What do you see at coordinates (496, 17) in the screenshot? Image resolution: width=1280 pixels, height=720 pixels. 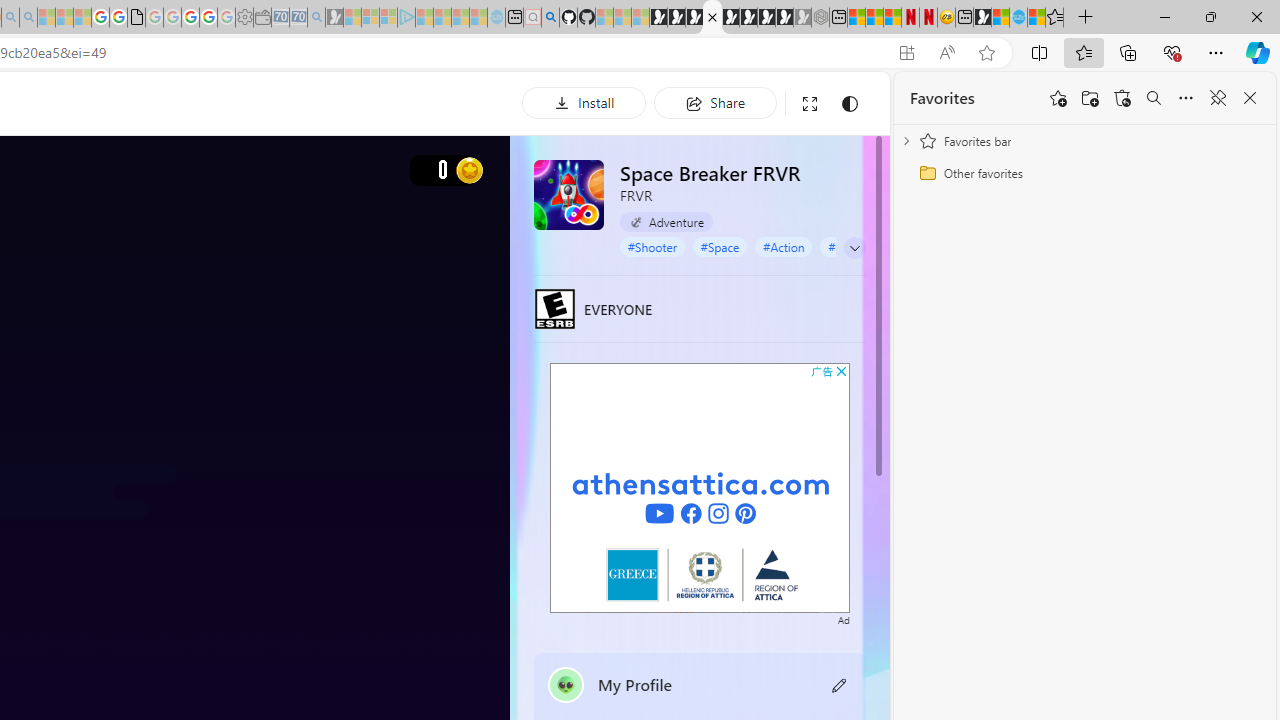 I see `'Home | Sky Blue Bikes - Sky Blue Bikes - Sleeping'` at bounding box center [496, 17].